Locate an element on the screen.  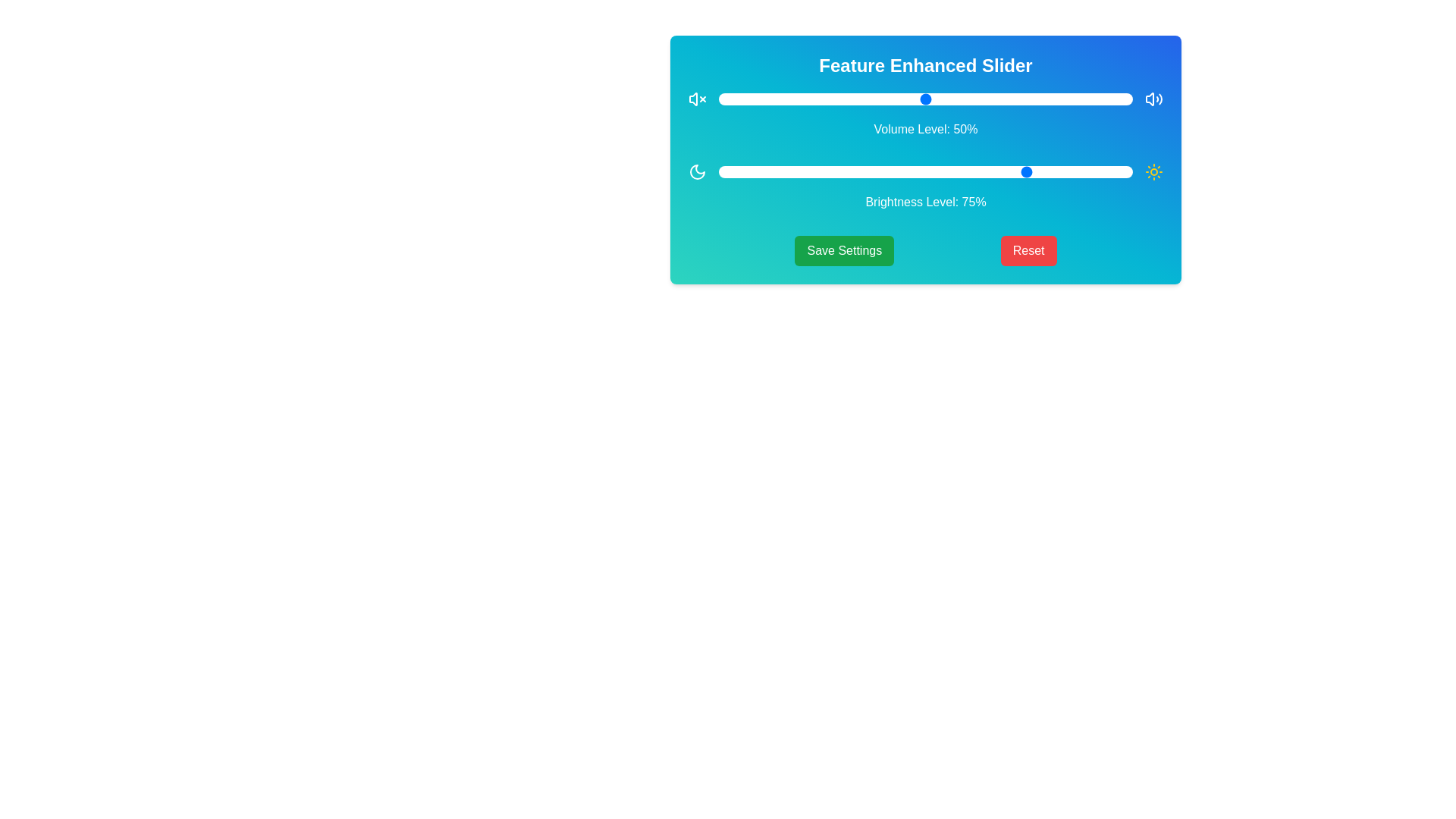
volume is located at coordinates (896, 99).